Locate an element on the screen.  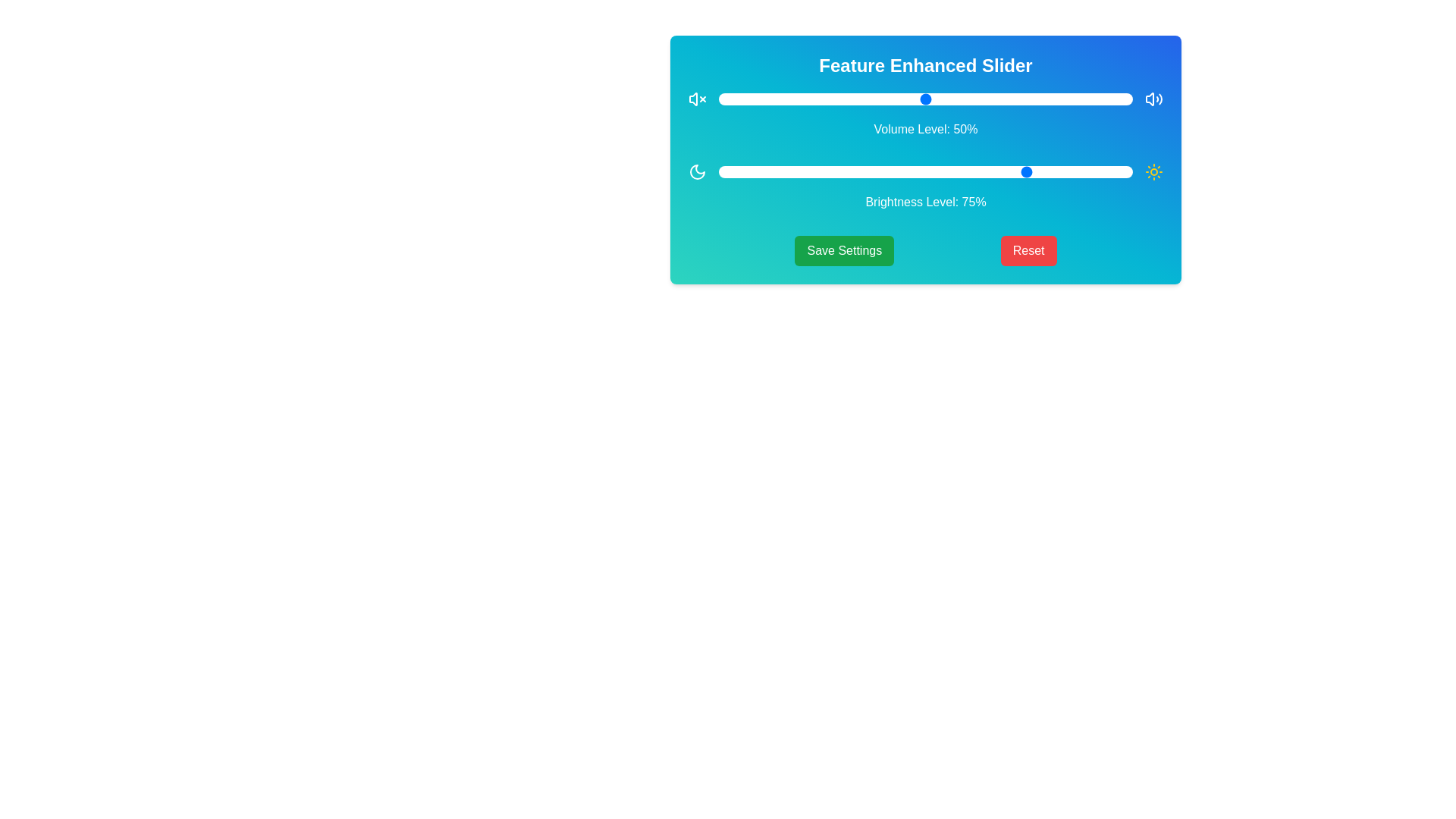
volume is located at coordinates (896, 99).